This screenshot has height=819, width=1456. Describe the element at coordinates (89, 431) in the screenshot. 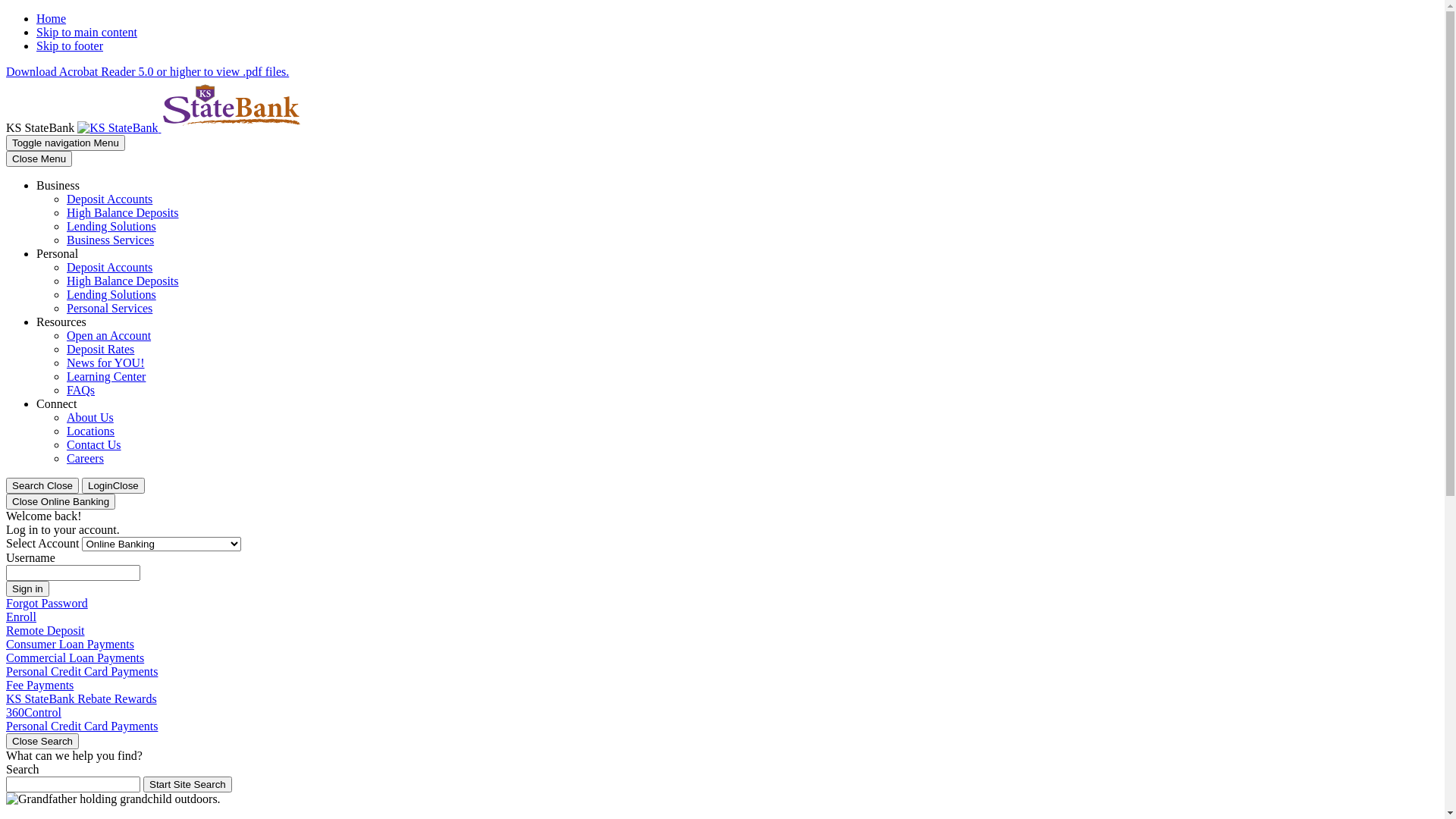

I see `'Locations'` at that location.